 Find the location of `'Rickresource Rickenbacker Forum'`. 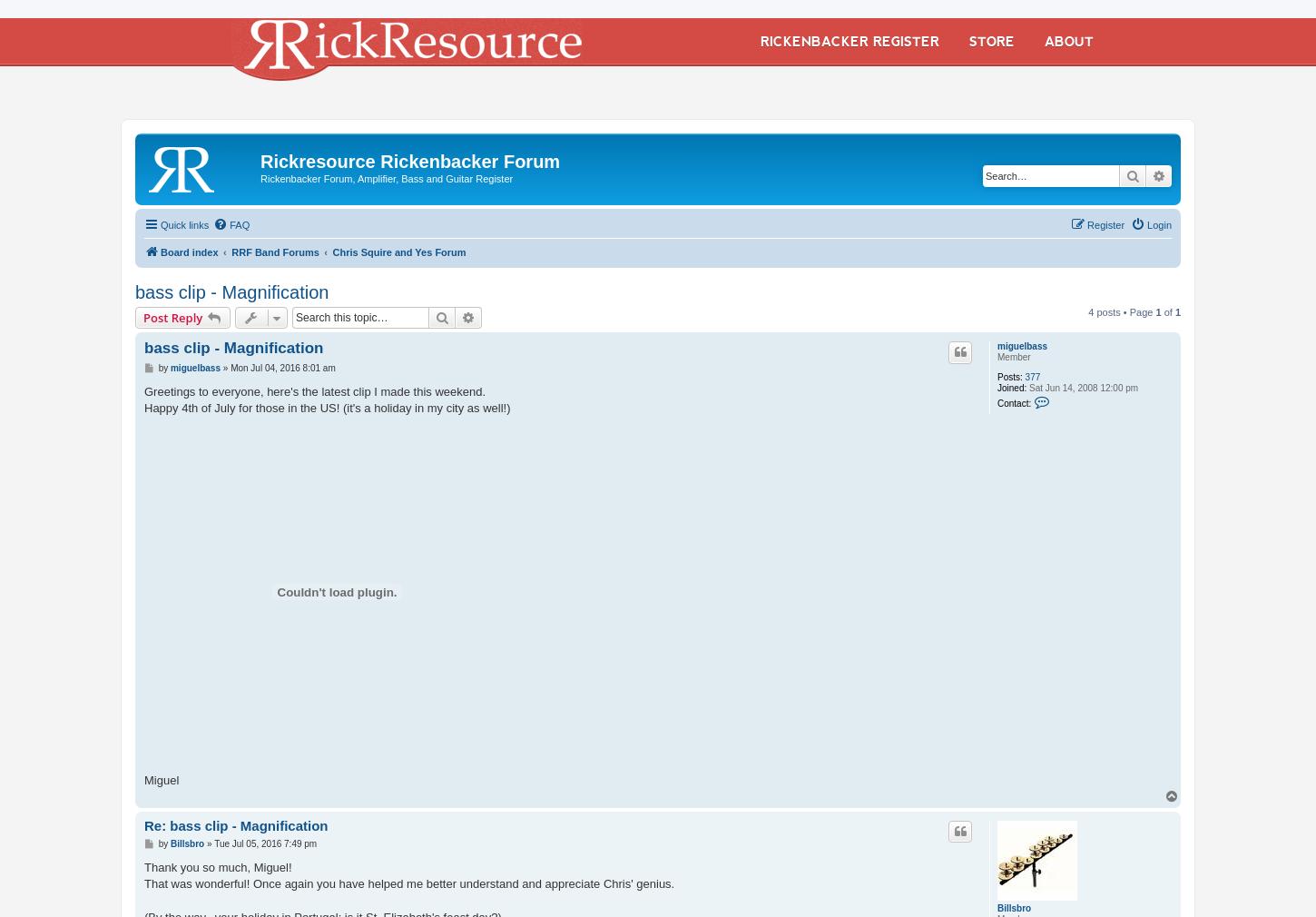

'Rickresource Rickenbacker Forum' is located at coordinates (408, 160).